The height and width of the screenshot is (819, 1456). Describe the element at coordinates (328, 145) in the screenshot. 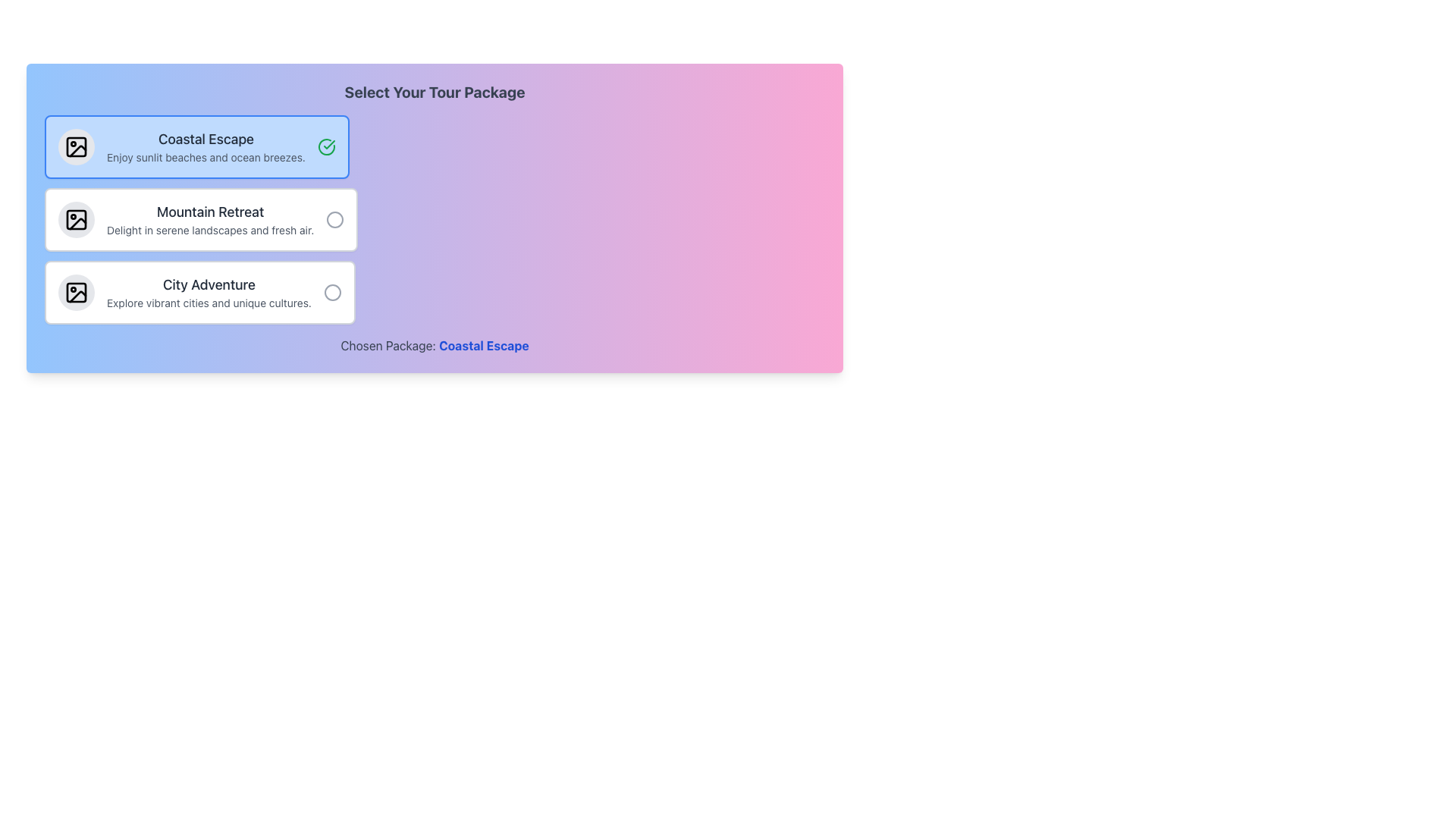

I see `checkmark icon, which is a green stroke SVG element located near the top-right corner of the Coastal Escape tour package option` at that location.